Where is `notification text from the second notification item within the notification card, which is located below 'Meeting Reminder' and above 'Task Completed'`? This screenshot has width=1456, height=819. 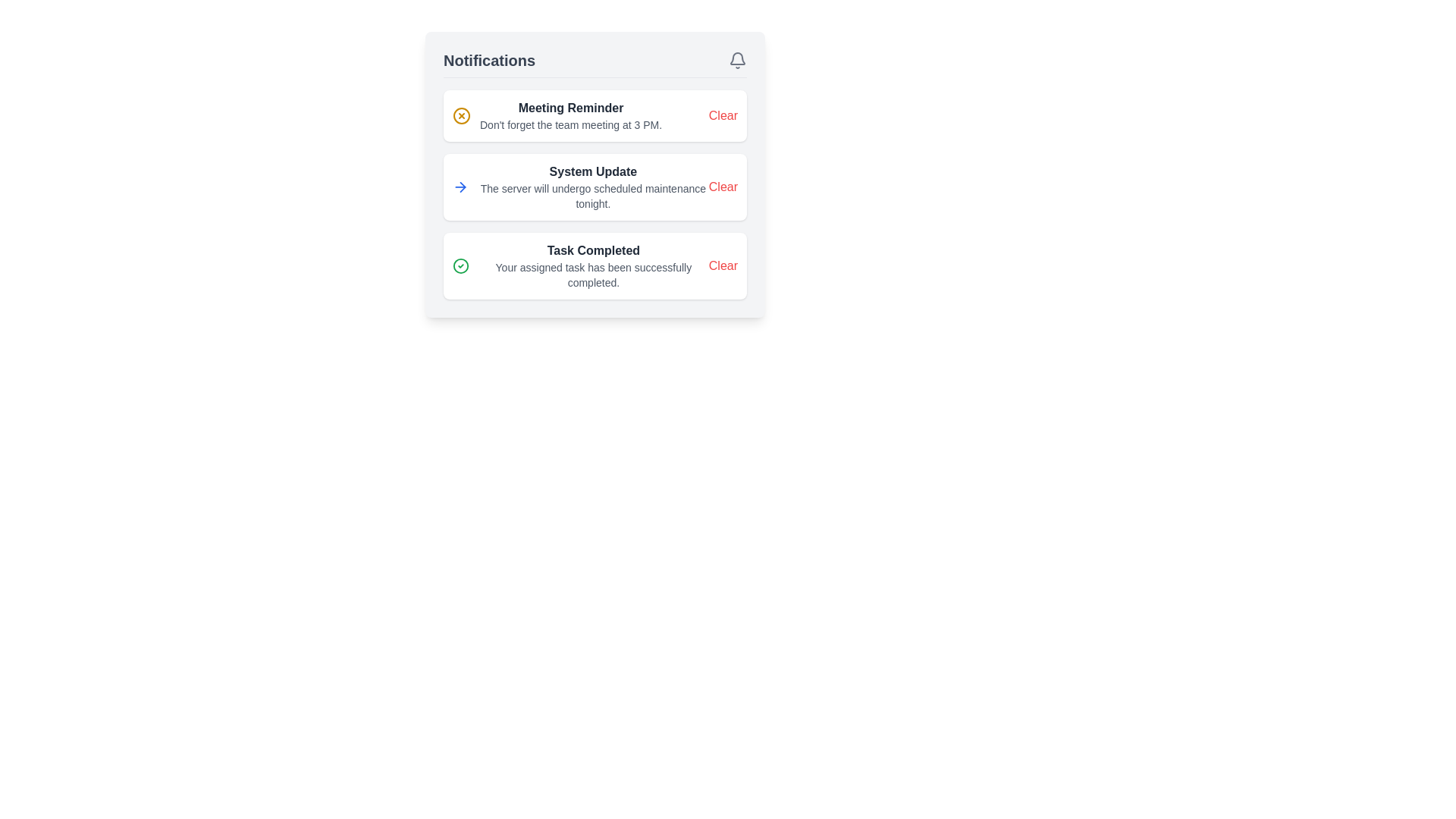 notification text from the second notification item within the notification card, which is located below 'Meeting Reminder' and above 'Task Completed' is located at coordinates (579, 186).